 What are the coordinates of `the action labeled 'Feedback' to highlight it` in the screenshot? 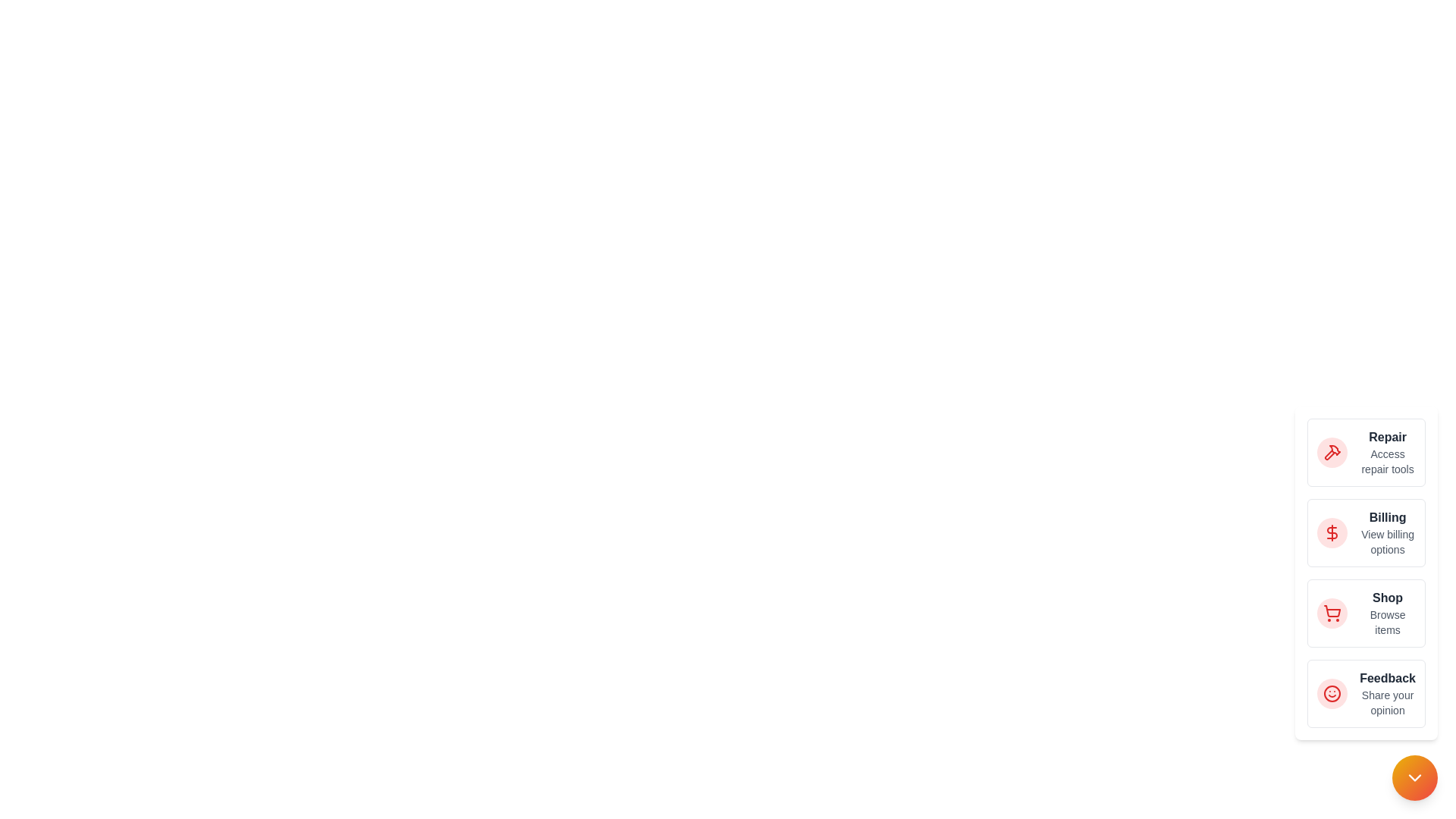 It's located at (1331, 693).